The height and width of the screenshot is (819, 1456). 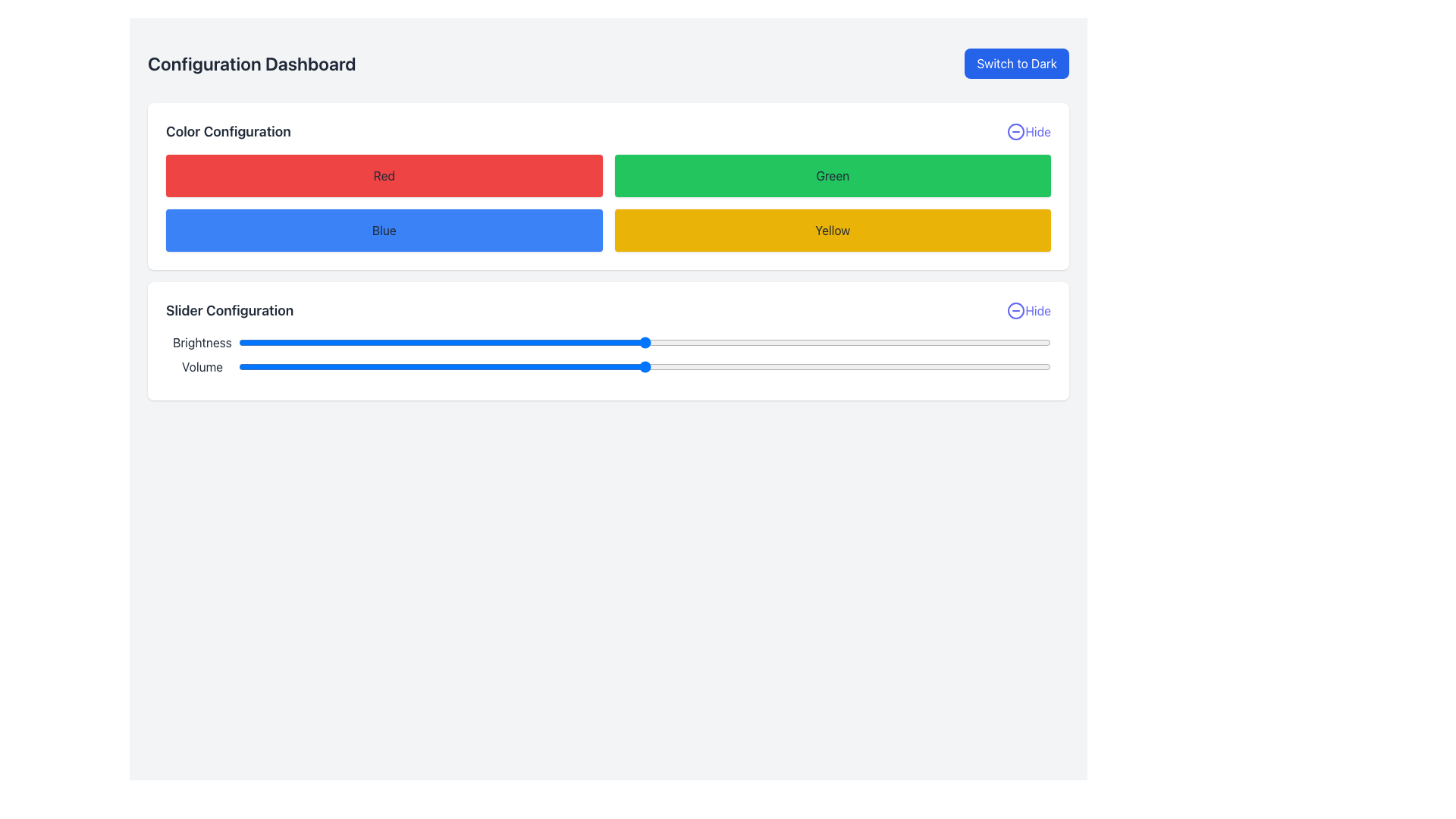 What do you see at coordinates (1002, 366) in the screenshot?
I see `the slider value` at bounding box center [1002, 366].